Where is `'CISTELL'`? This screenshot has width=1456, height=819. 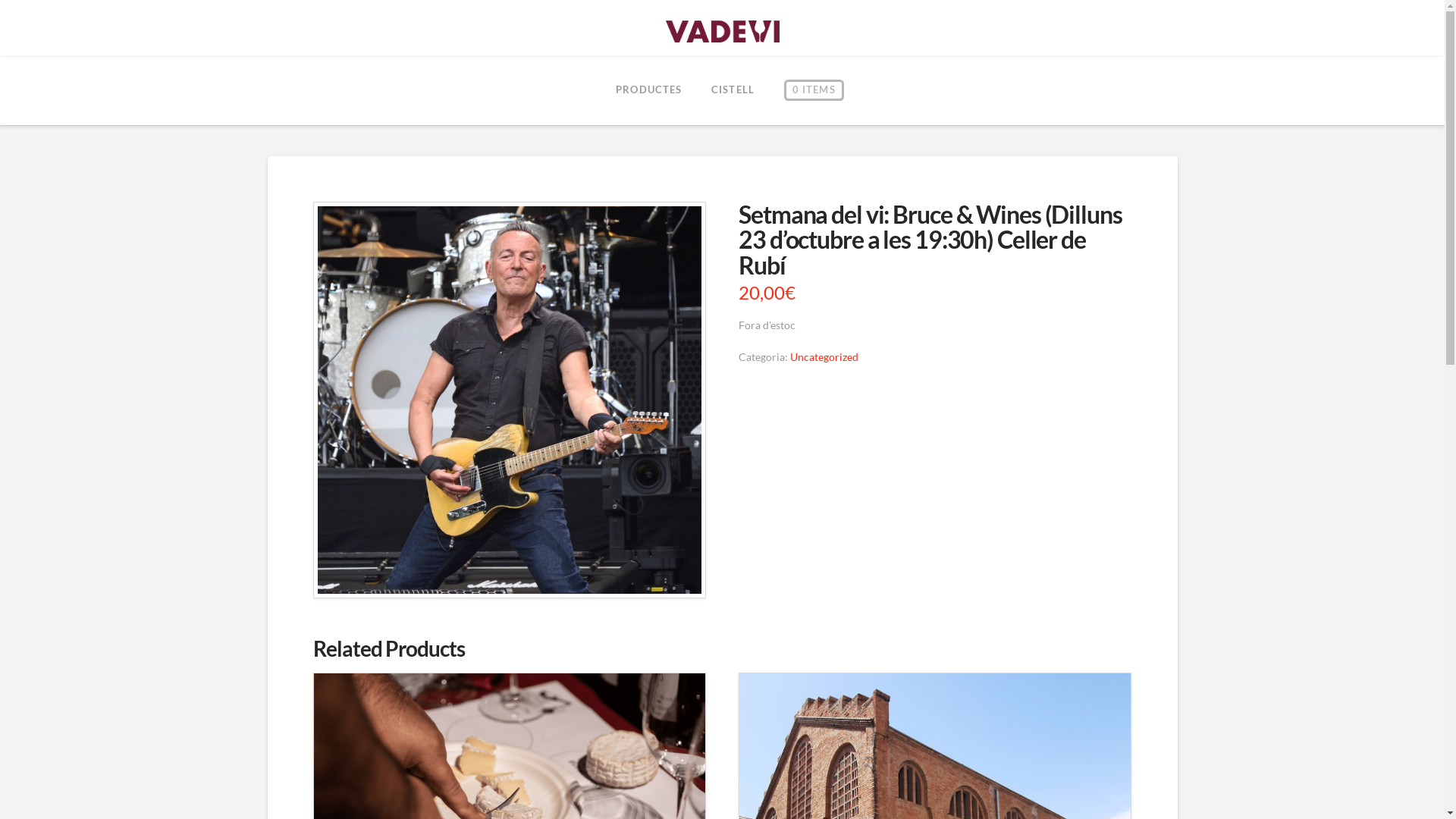
'CISTELL' is located at coordinates (695, 90).